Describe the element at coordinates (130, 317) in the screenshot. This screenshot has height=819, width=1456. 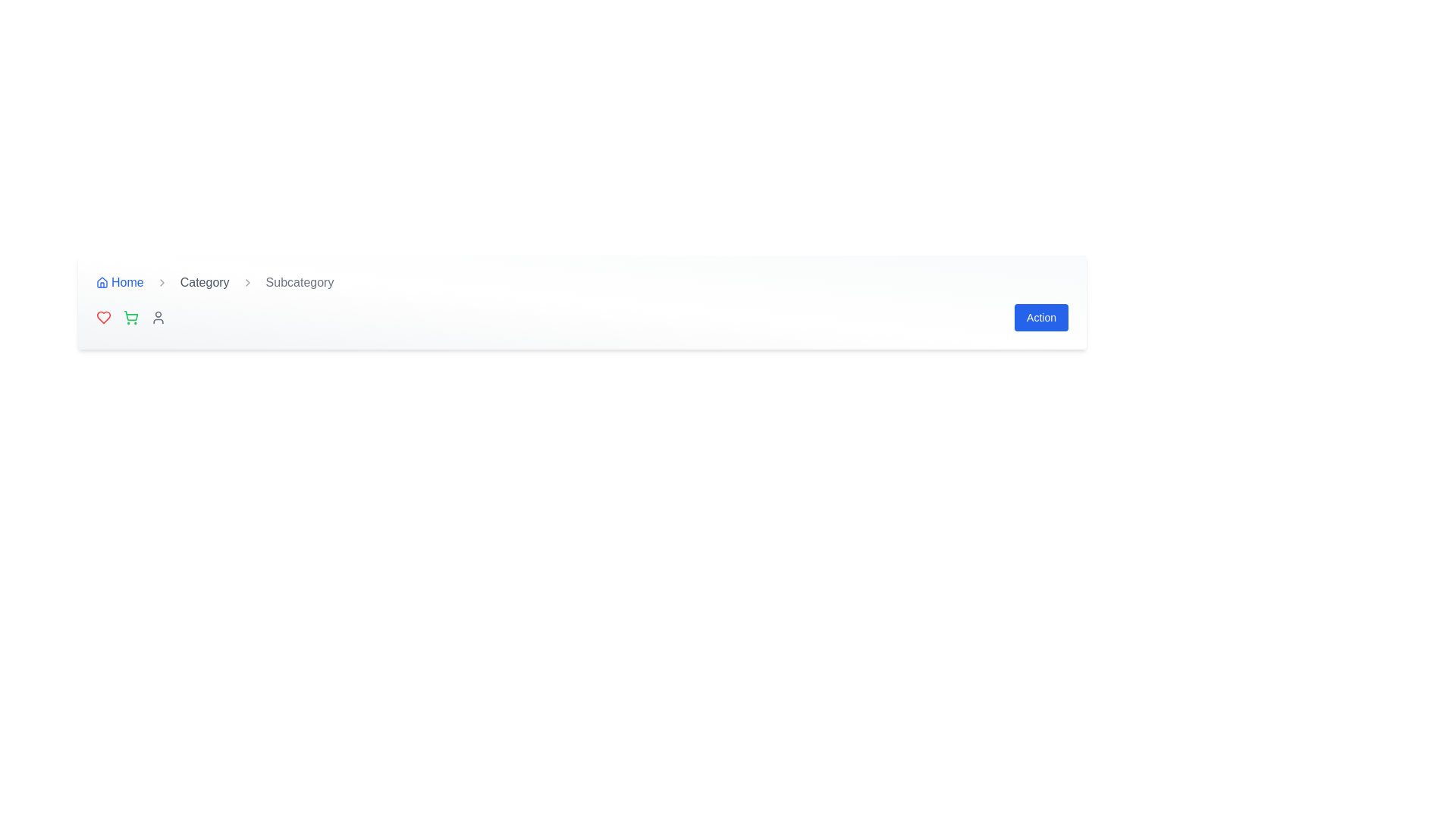
I see `the shopping cart icon located between the red heart icon and the gray user profile icon` at that location.